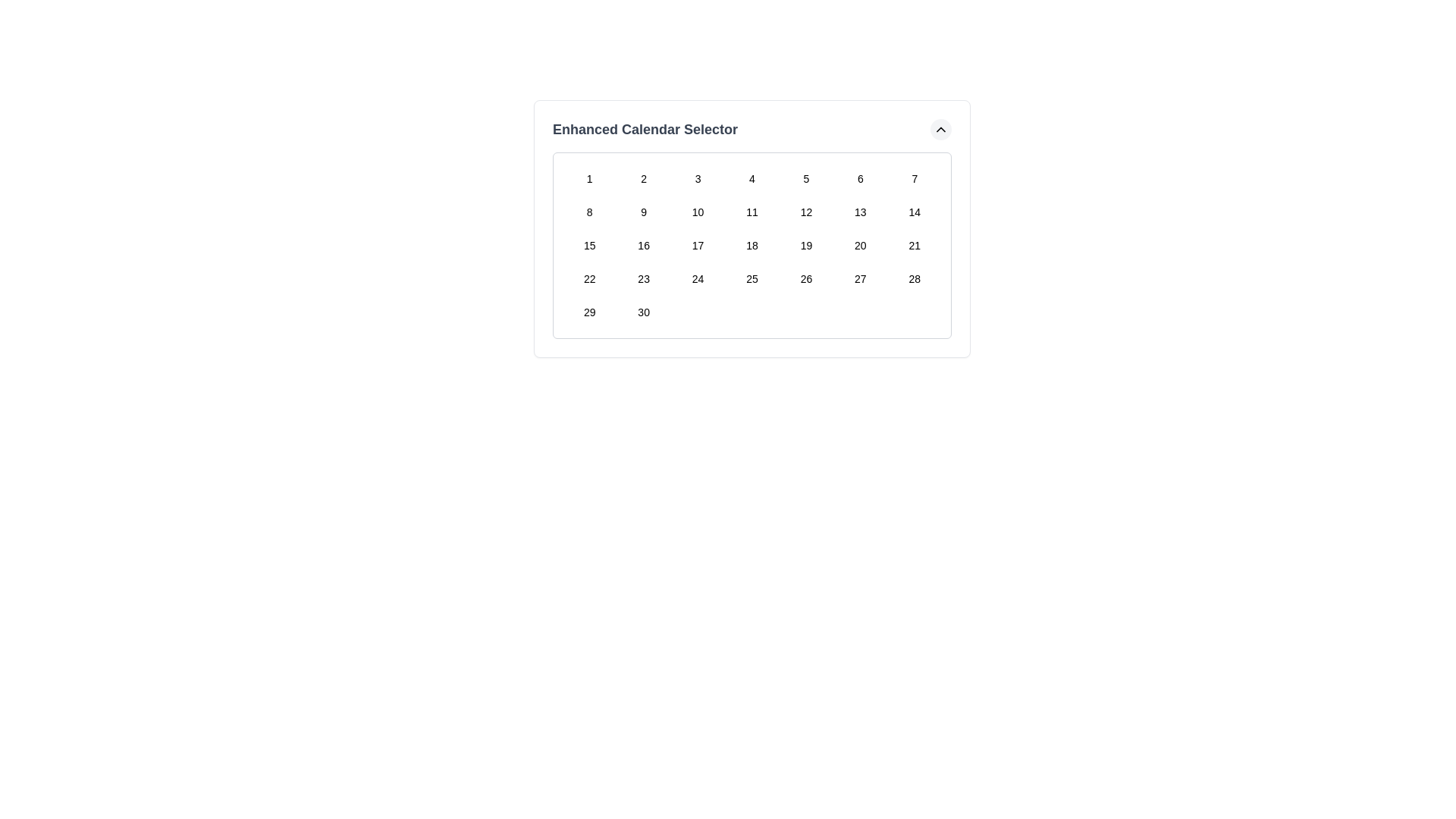  What do you see at coordinates (914, 278) in the screenshot?
I see `the button representing the date '28' in the calendar grid located in the fourth row and seventh column` at bounding box center [914, 278].